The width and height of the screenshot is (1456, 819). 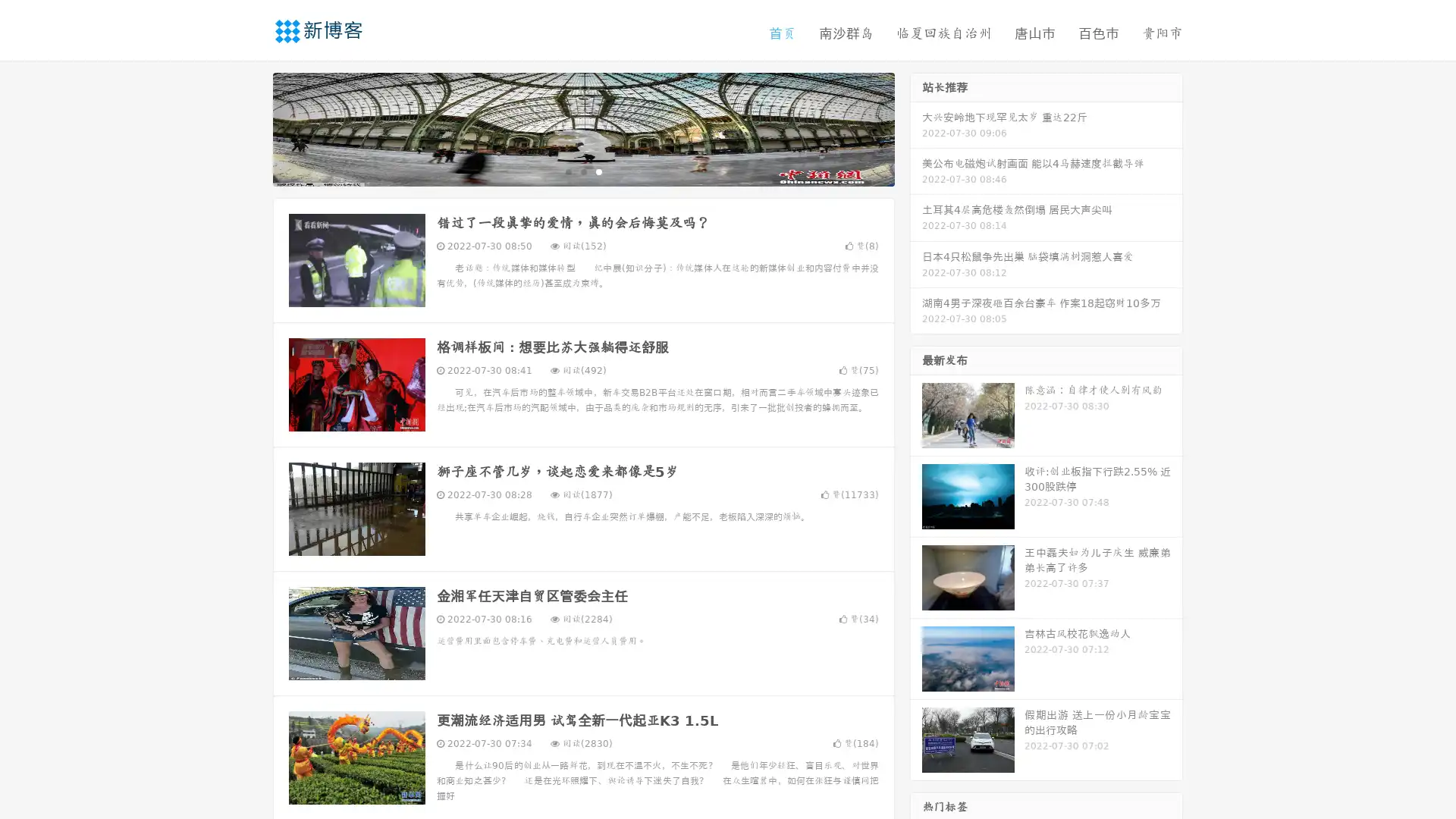 I want to click on Previous slide, so click(x=250, y=127).